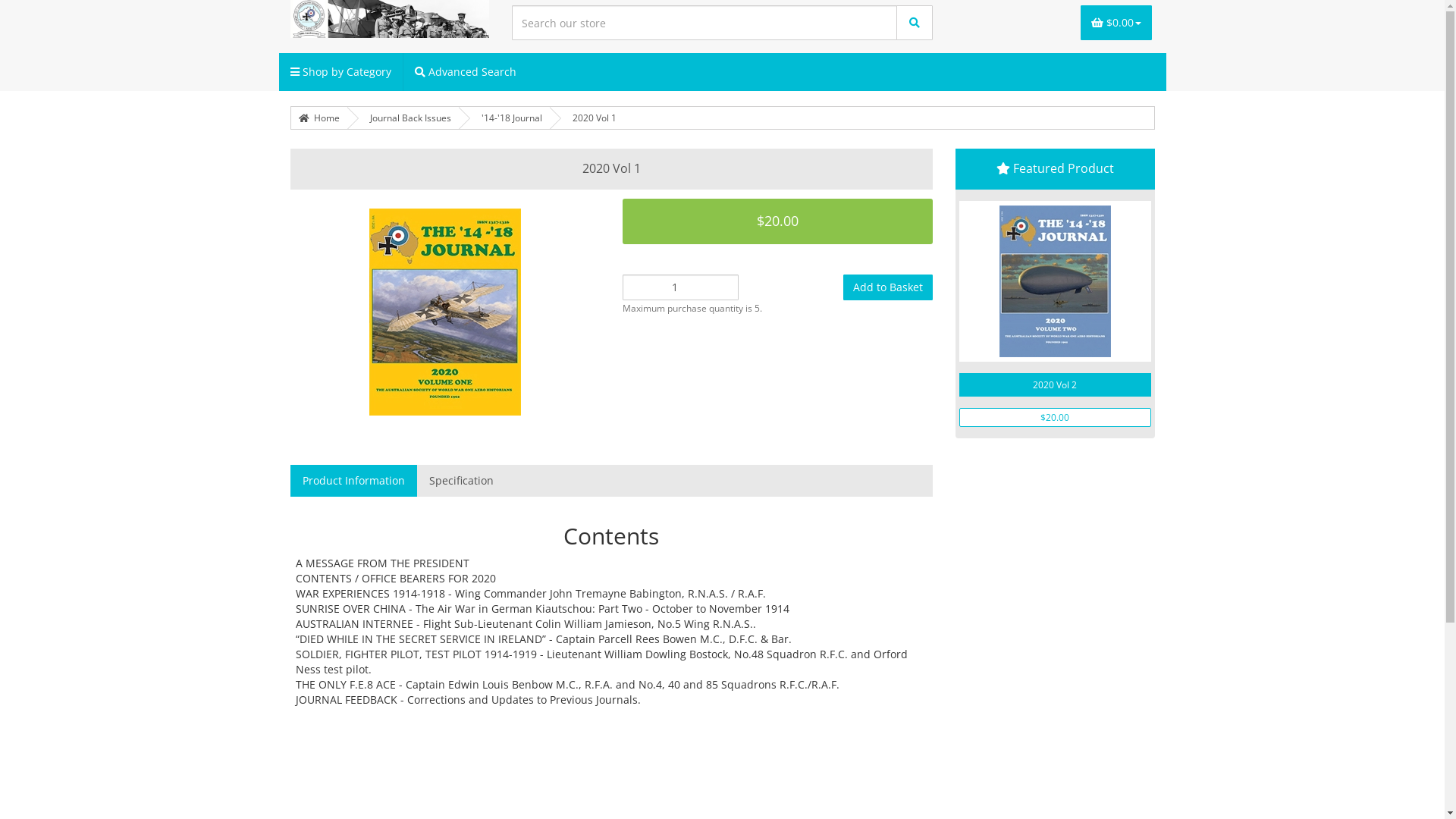 Image resolution: width=1456 pixels, height=819 pixels. I want to click on '2020 Vol 2', so click(1054, 384).